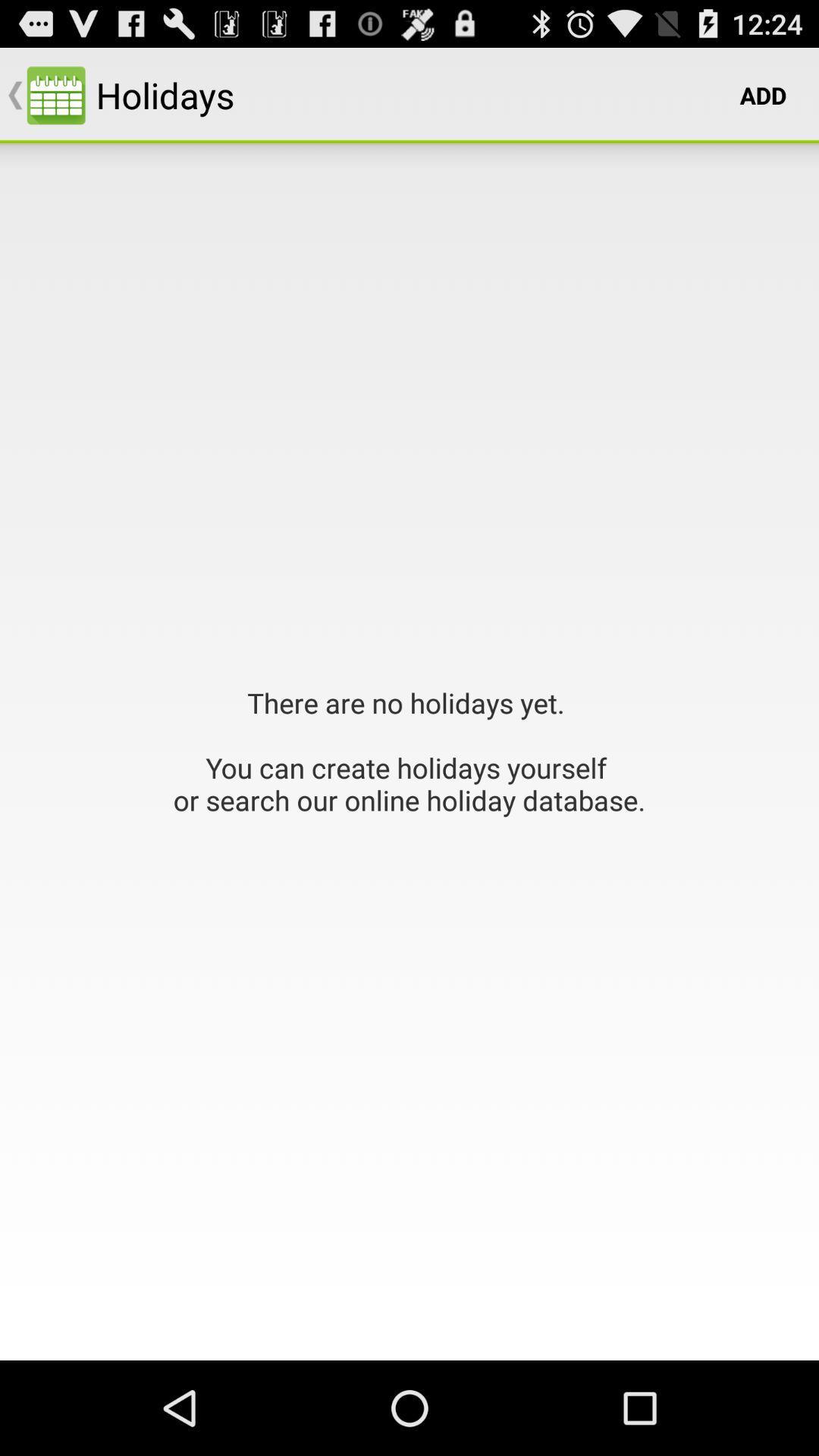 The width and height of the screenshot is (819, 1456). I want to click on the add item, so click(763, 94).